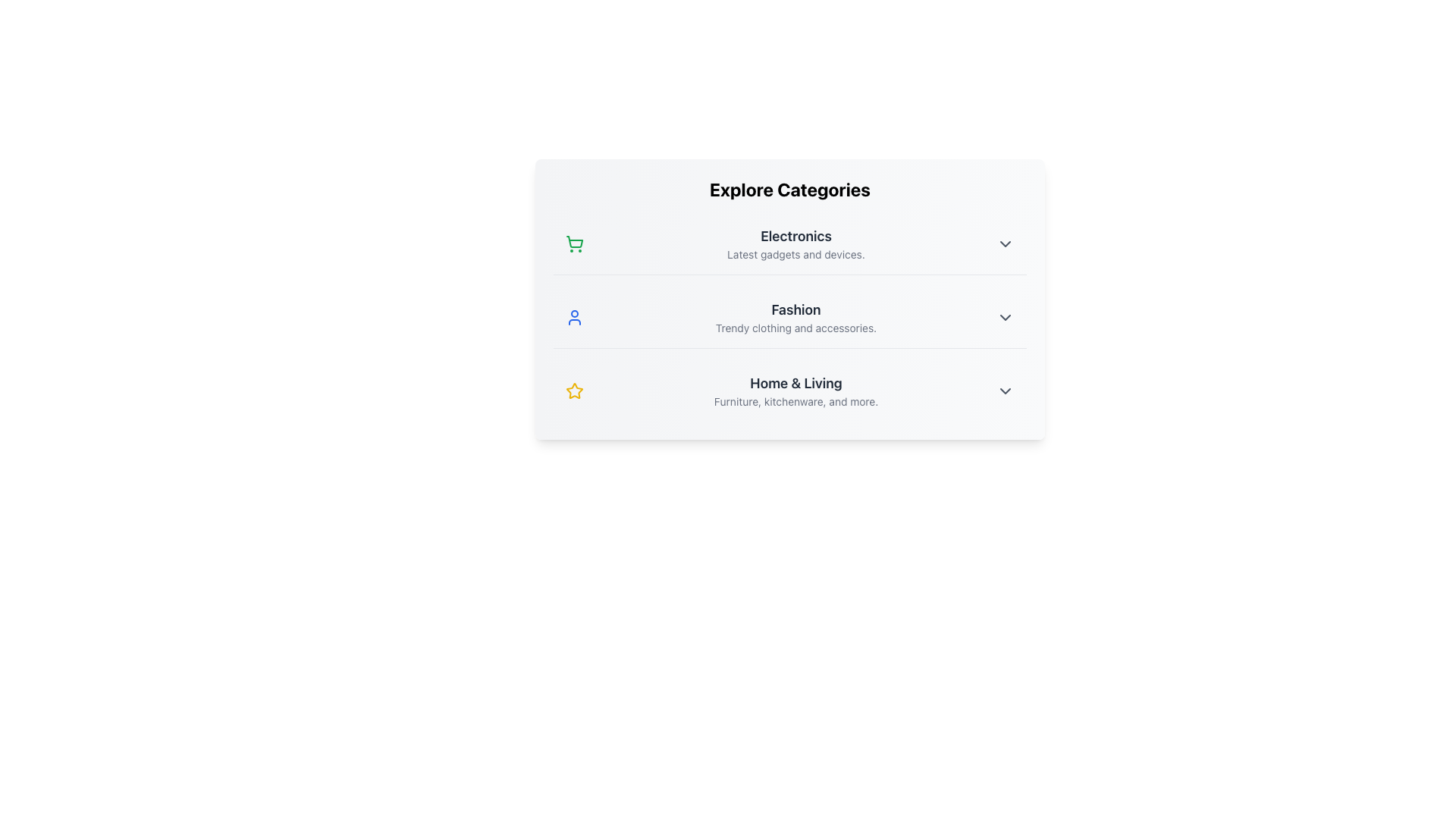  What do you see at coordinates (1005, 317) in the screenshot?
I see `the downwards-facing chevron icon located to the right of the text 'Fashion' in the 'Explore Categories' section` at bounding box center [1005, 317].